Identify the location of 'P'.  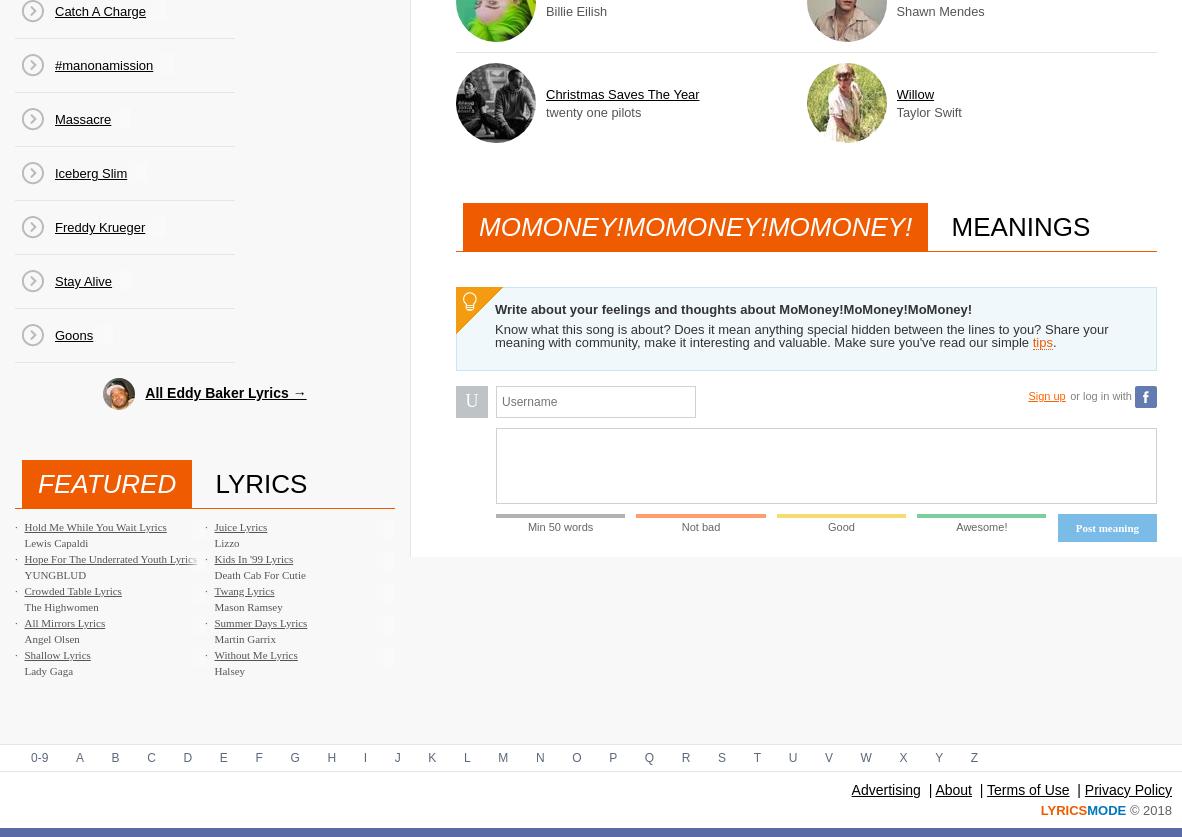
(611, 756).